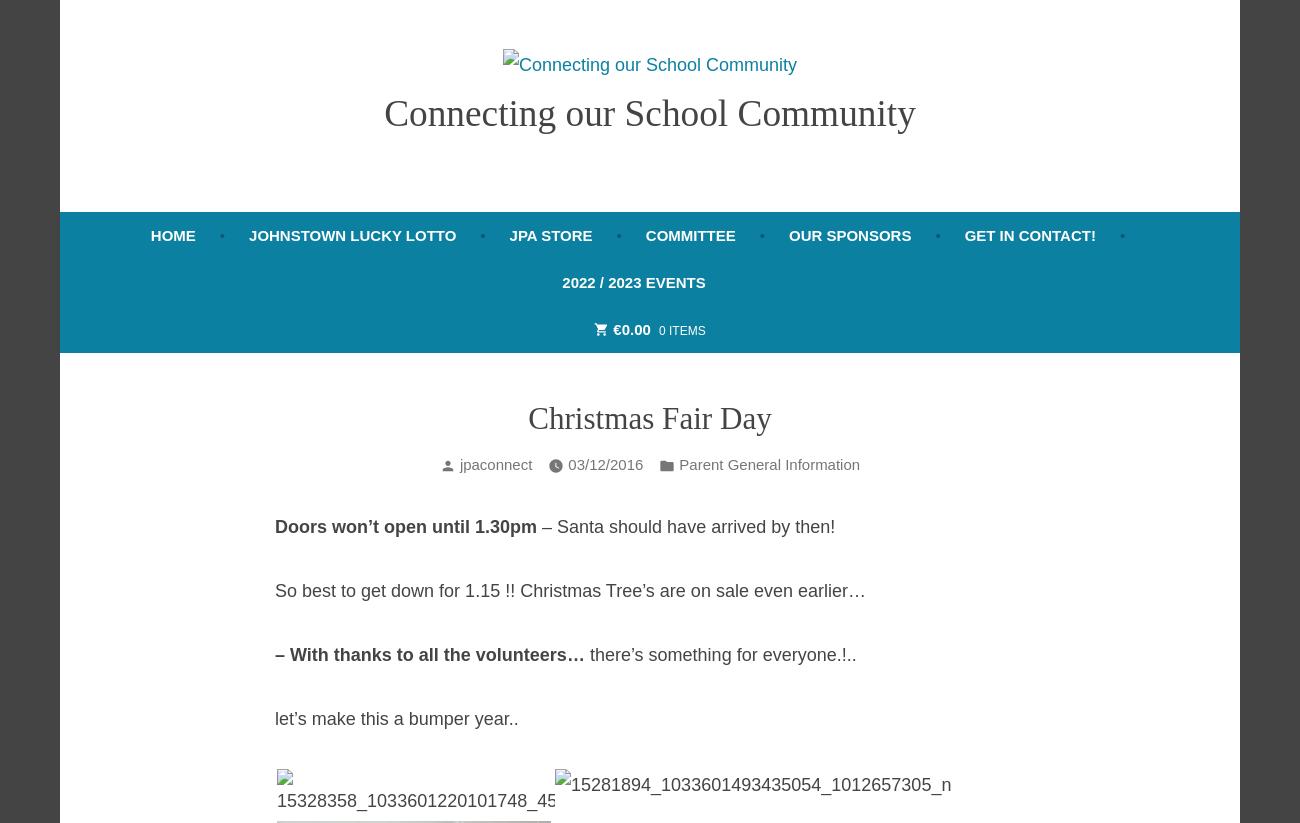 This screenshot has height=823, width=1300. I want to click on 'JPA Store', so click(549, 233).